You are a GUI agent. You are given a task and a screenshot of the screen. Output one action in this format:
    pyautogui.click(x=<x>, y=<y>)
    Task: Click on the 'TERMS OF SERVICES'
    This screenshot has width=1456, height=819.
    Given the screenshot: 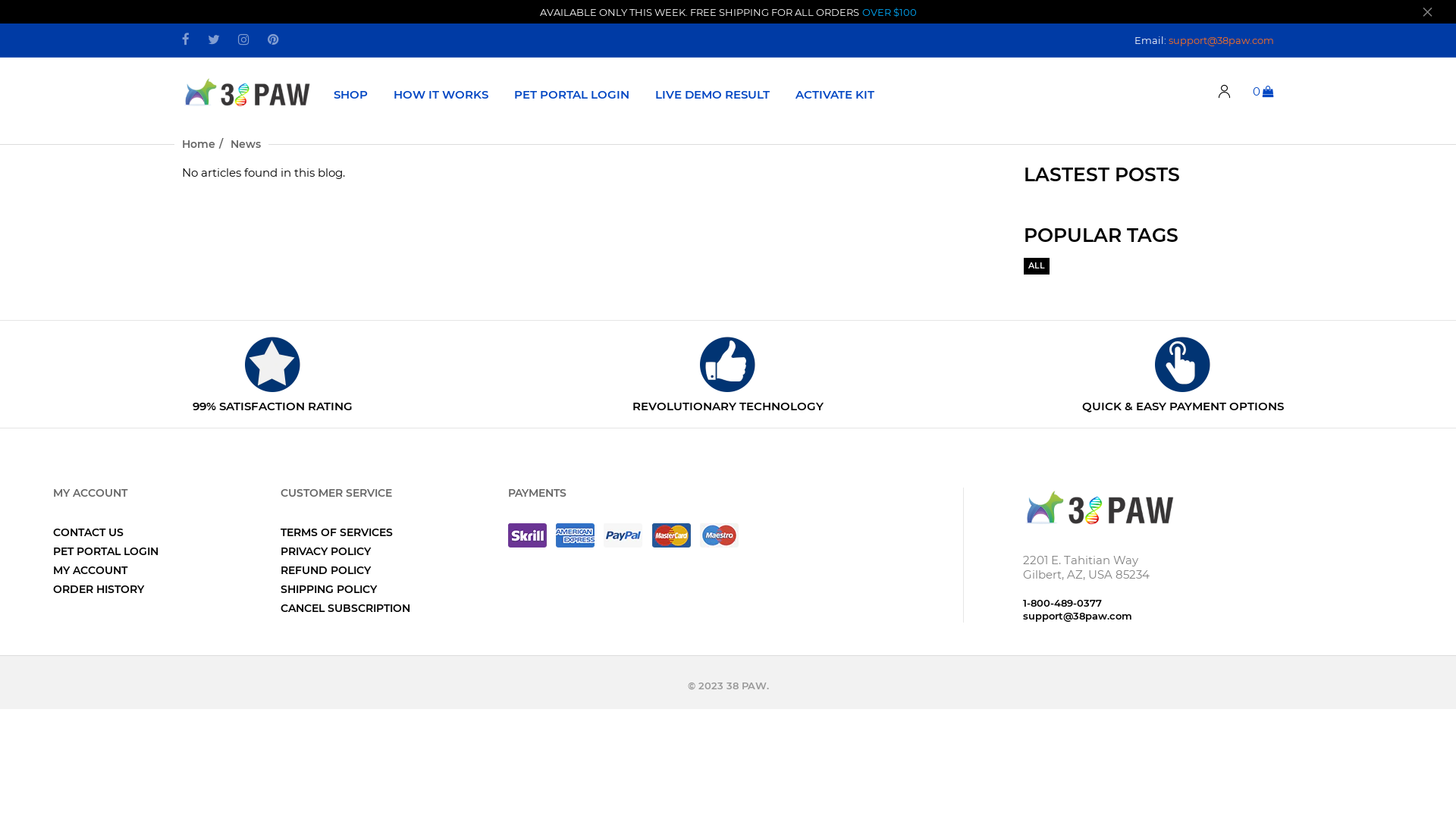 What is the action you would take?
    pyautogui.click(x=336, y=532)
    